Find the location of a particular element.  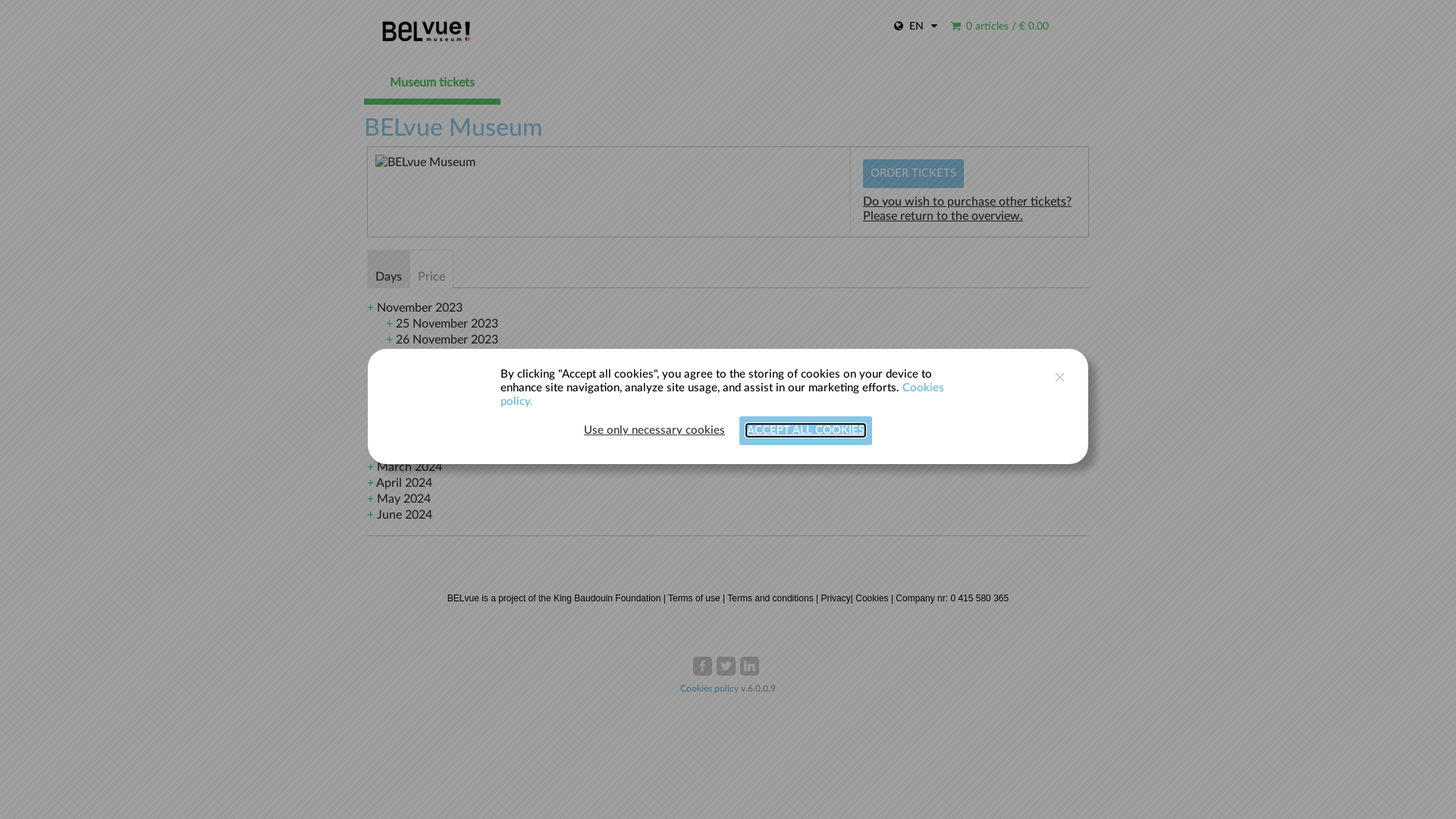

'29 November 2023' is located at coordinates (446, 386).